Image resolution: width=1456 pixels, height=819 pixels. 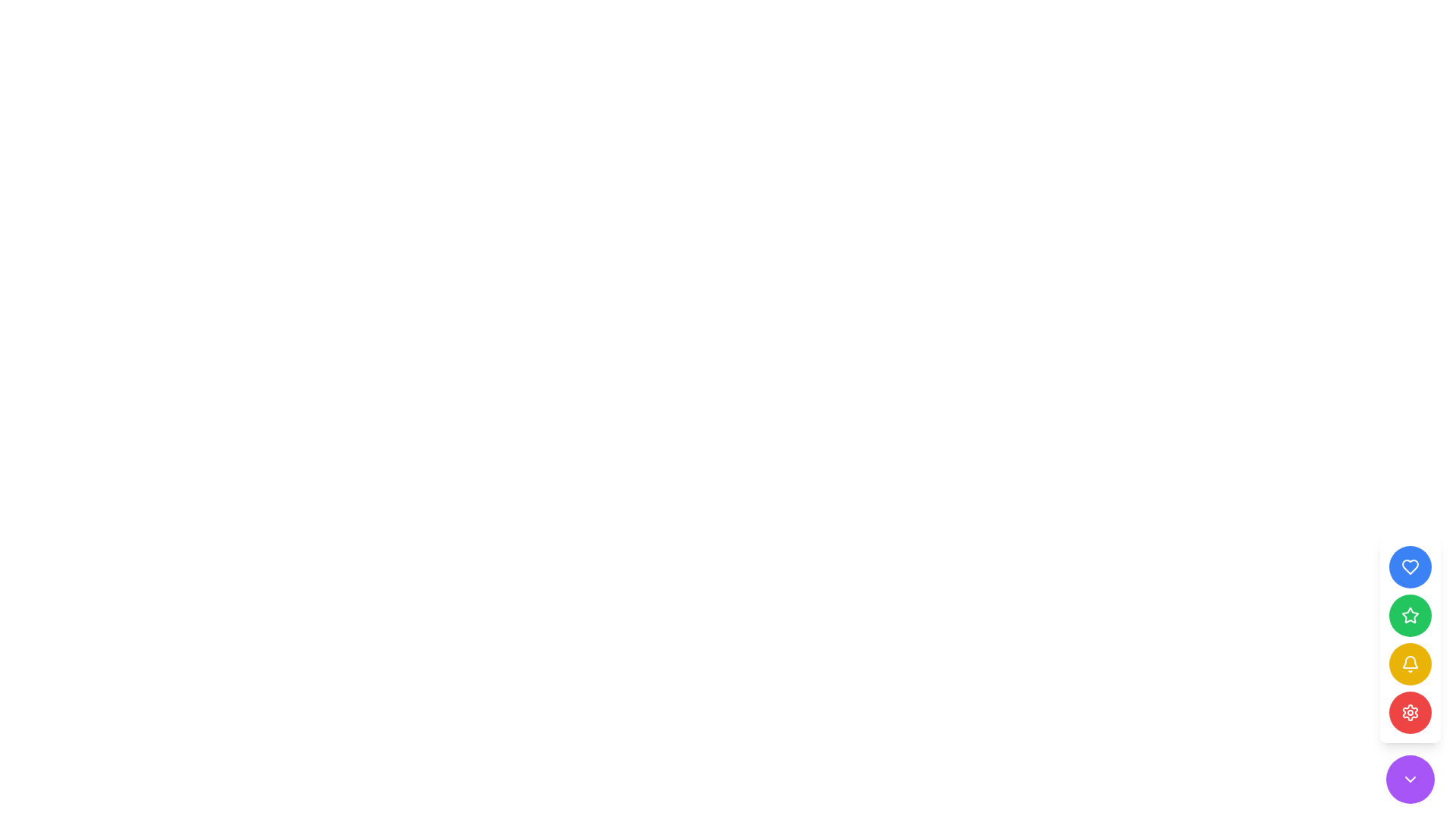 What do you see at coordinates (1410, 567) in the screenshot?
I see `the top icon button from the vertical icon stack located on the right-hand side of the interface` at bounding box center [1410, 567].